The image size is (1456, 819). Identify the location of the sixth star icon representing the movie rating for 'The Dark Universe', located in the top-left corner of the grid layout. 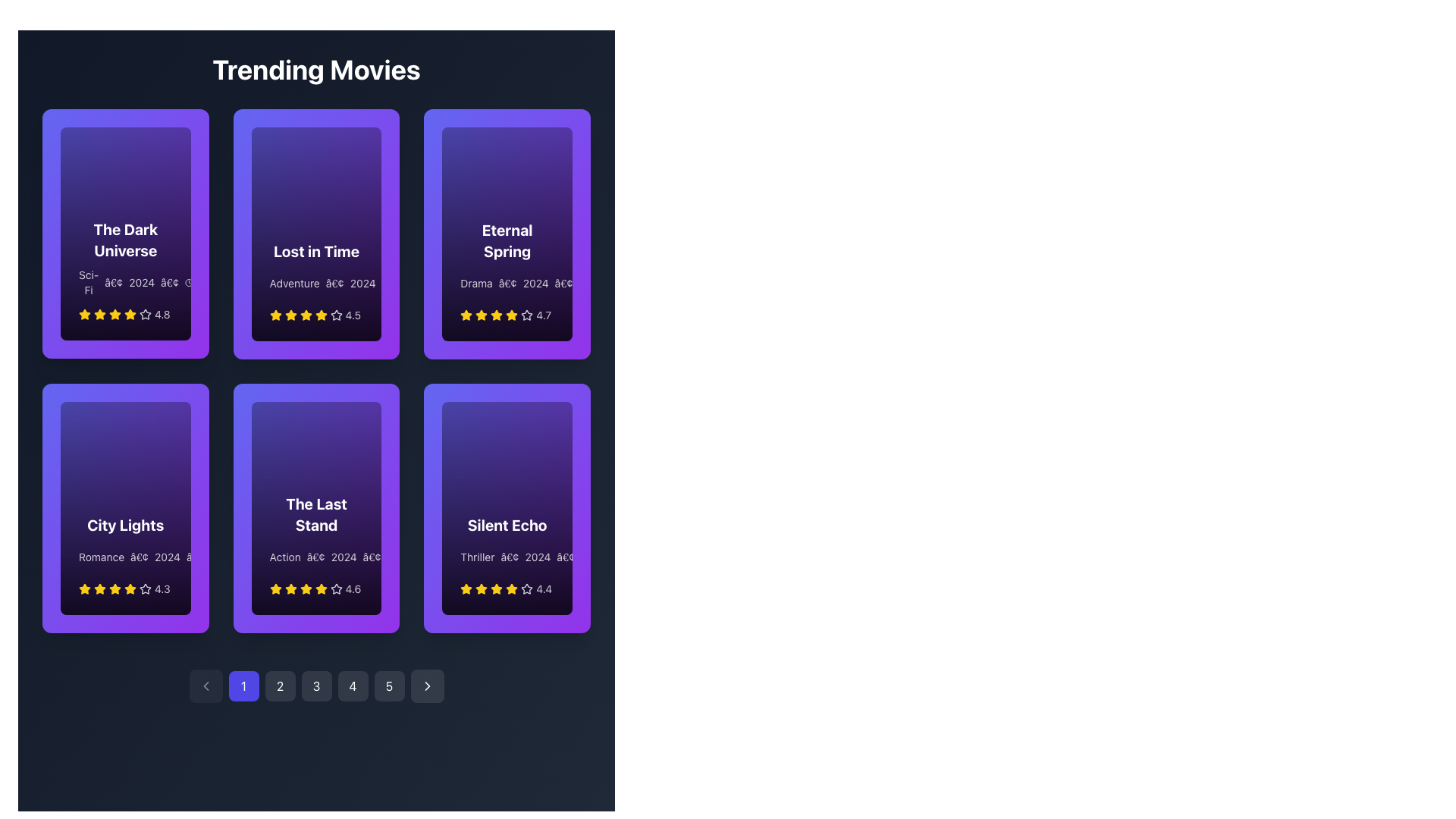
(130, 314).